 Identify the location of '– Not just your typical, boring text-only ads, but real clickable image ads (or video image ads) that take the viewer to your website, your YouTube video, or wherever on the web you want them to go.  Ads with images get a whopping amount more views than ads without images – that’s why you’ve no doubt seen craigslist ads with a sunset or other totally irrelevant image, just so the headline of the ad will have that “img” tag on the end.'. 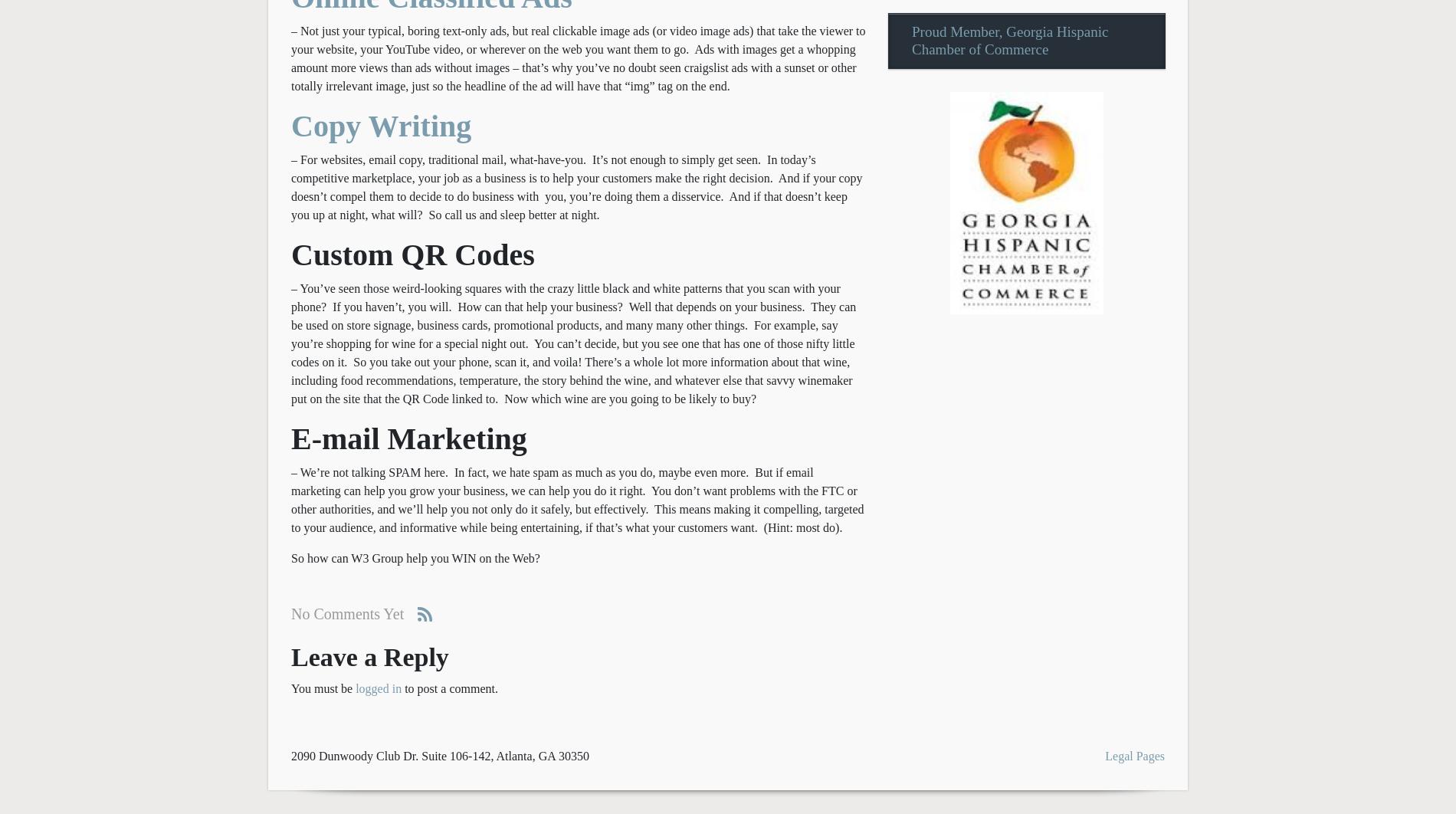
(290, 57).